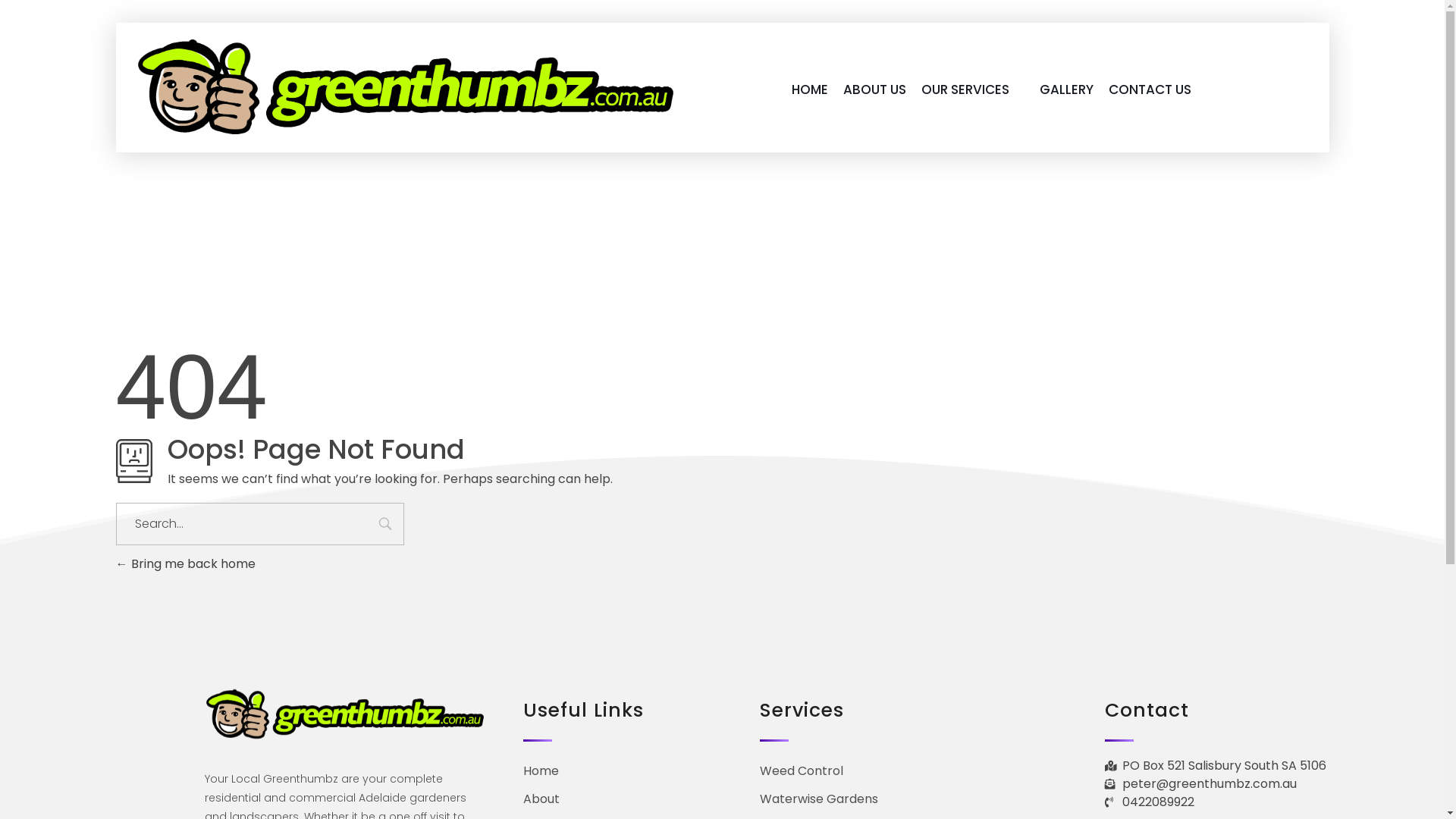  Describe the element at coordinates (874, 89) in the screenshot. I see `'ABOUT US'` at that location.